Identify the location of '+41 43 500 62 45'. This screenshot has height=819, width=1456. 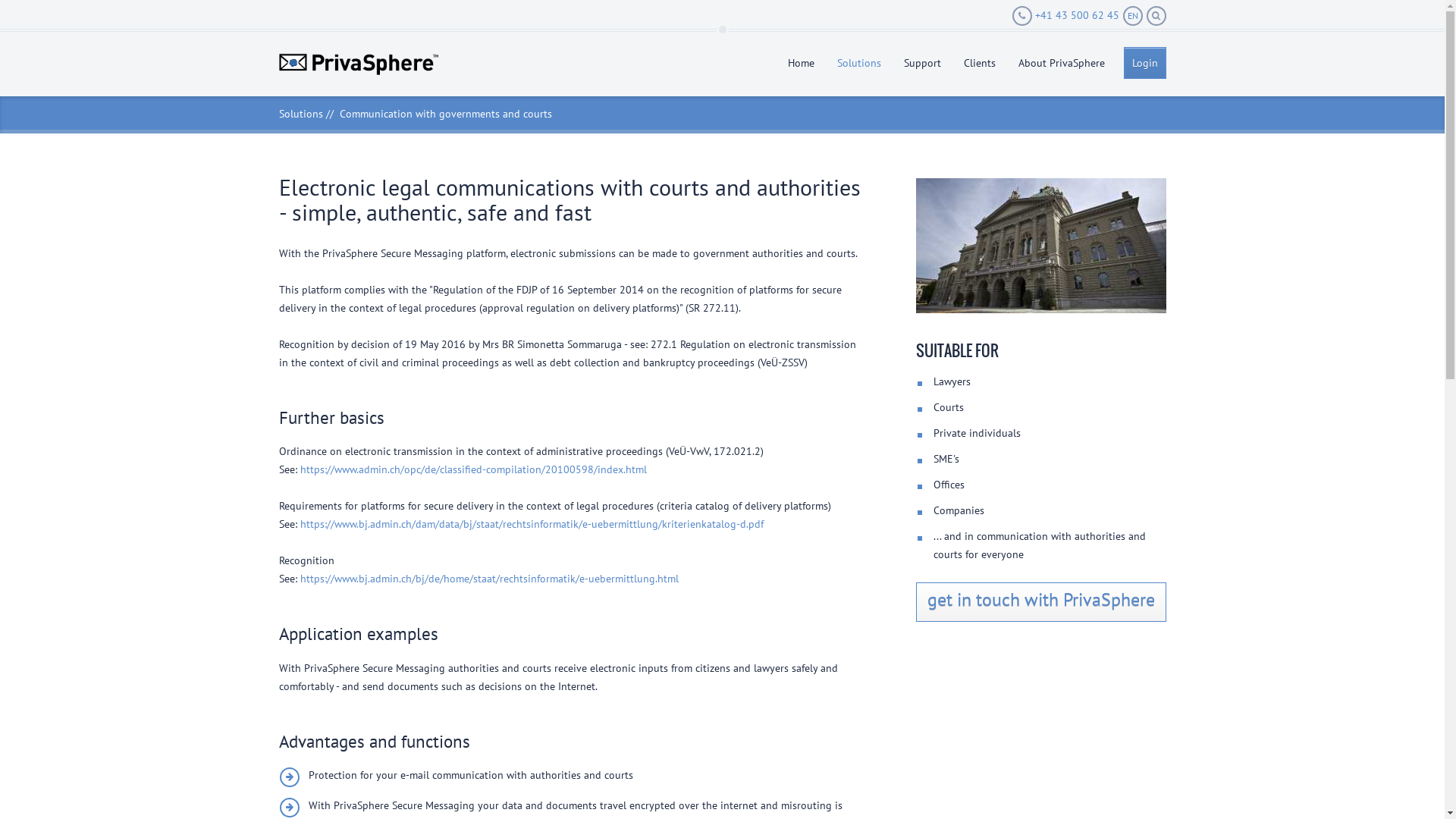
(1064, 15).